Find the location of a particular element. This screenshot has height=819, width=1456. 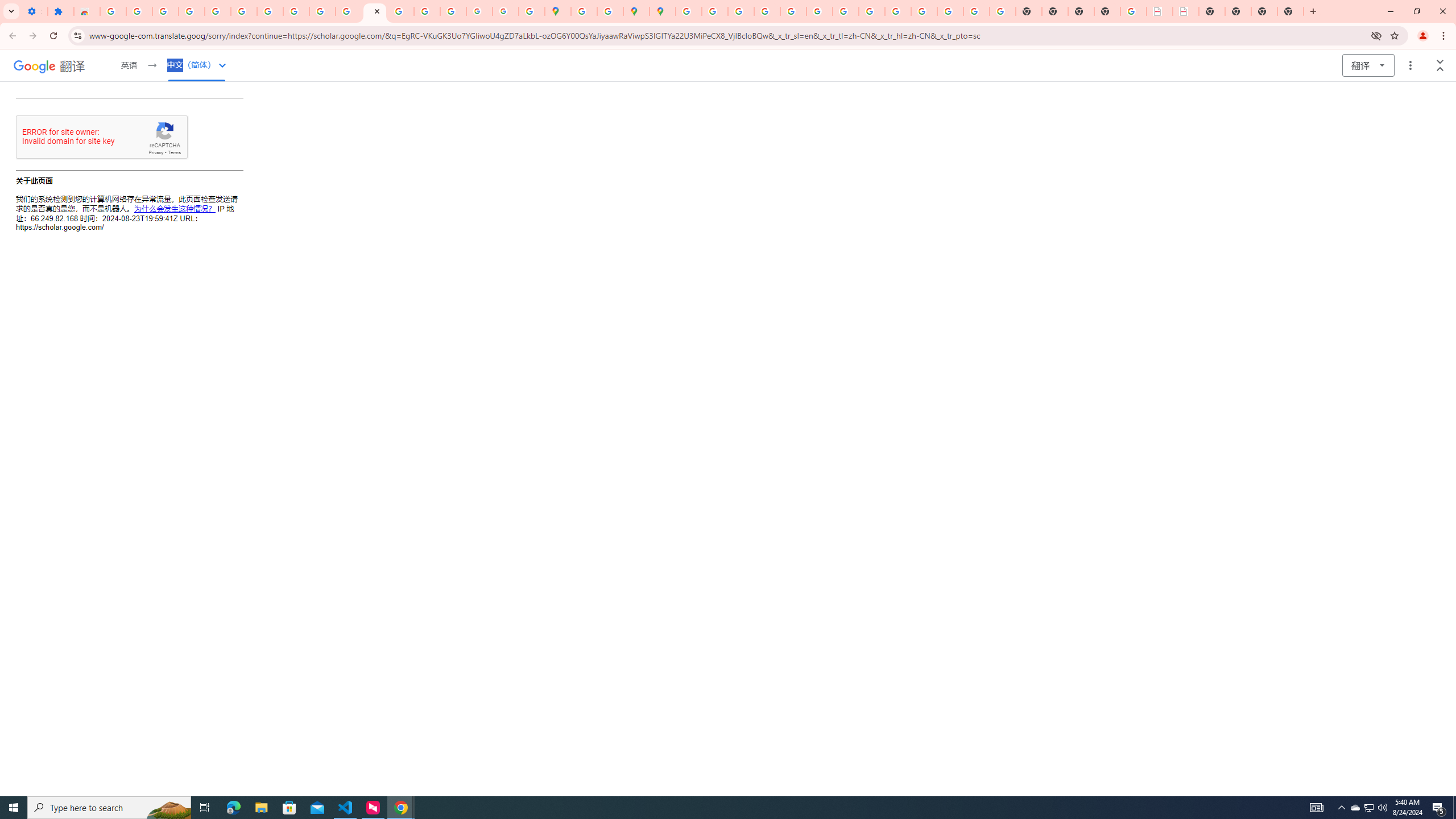

'Safety in Our Products - Google Safety Center' is located at coordinates (610, 11).